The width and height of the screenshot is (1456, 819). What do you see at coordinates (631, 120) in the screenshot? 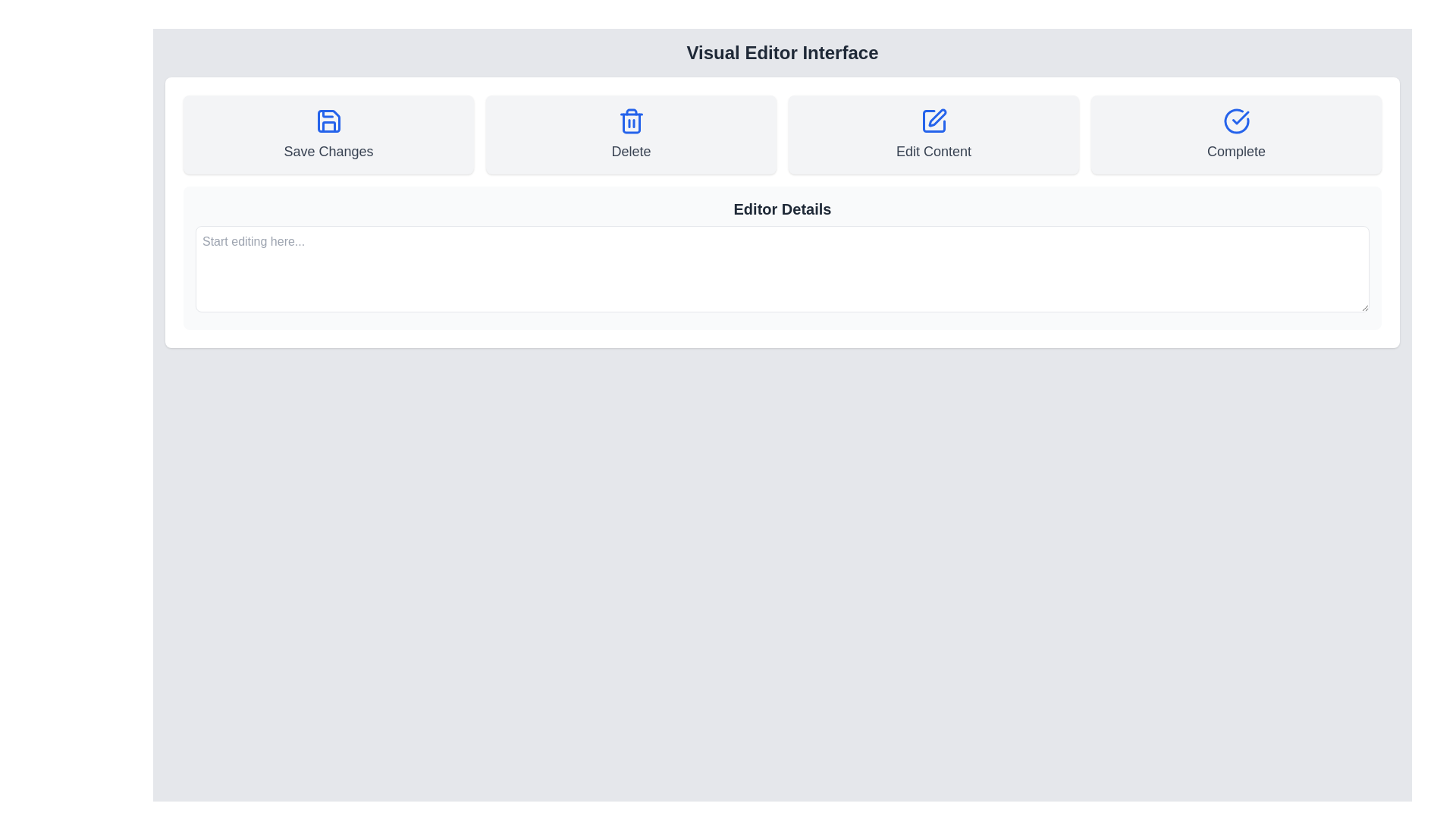
I see `the blue trash can icon representing the delete action located at the center of the 'Delete' button in the toolbar/menu section` at bounding box center [631, 120].